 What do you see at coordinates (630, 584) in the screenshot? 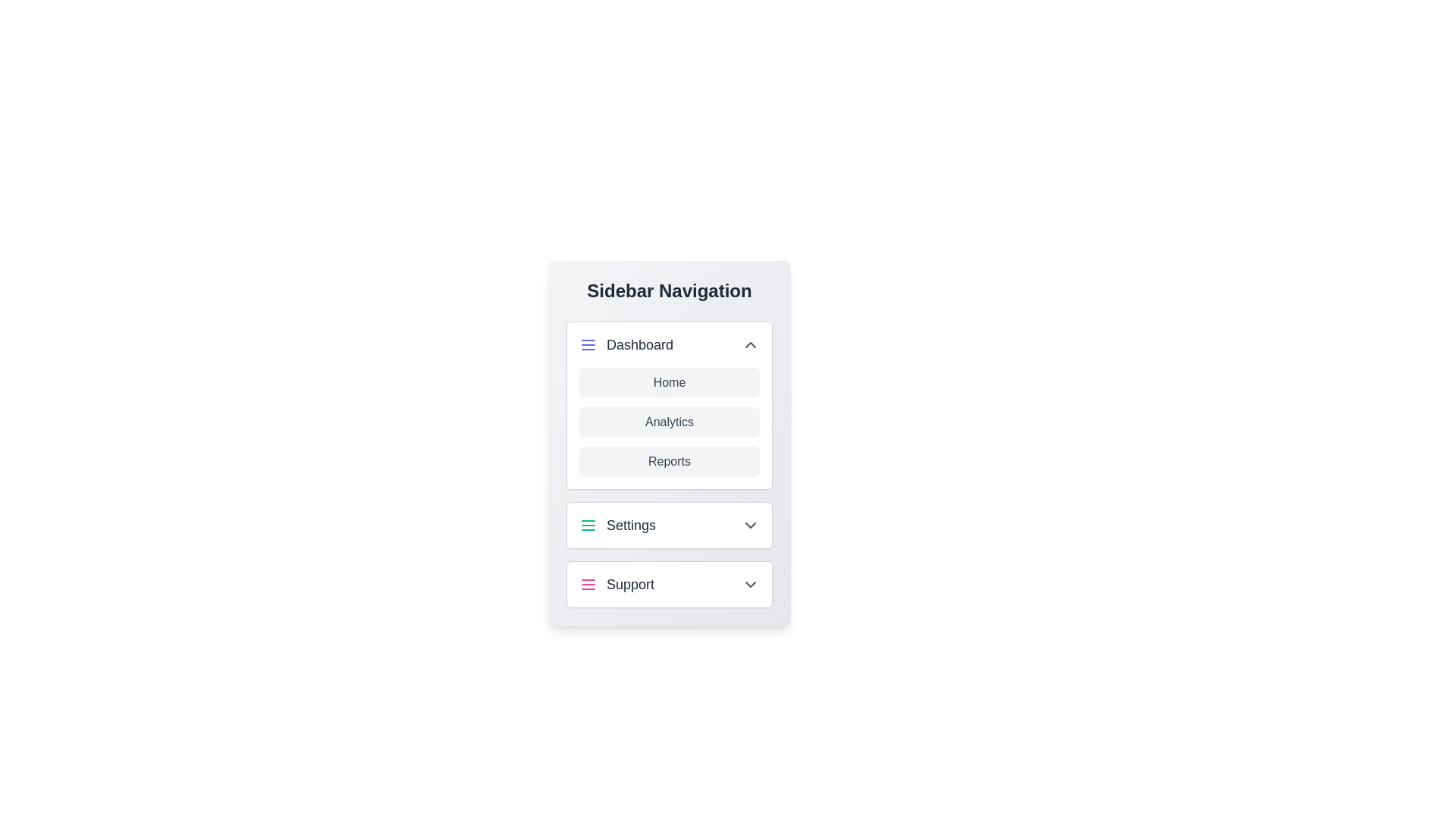
I see `the 'Support' text label in the sidebar navigation menu, which is positioned to the right of the menu icon under the 'Settings' section` at bounding box center [630, 584].